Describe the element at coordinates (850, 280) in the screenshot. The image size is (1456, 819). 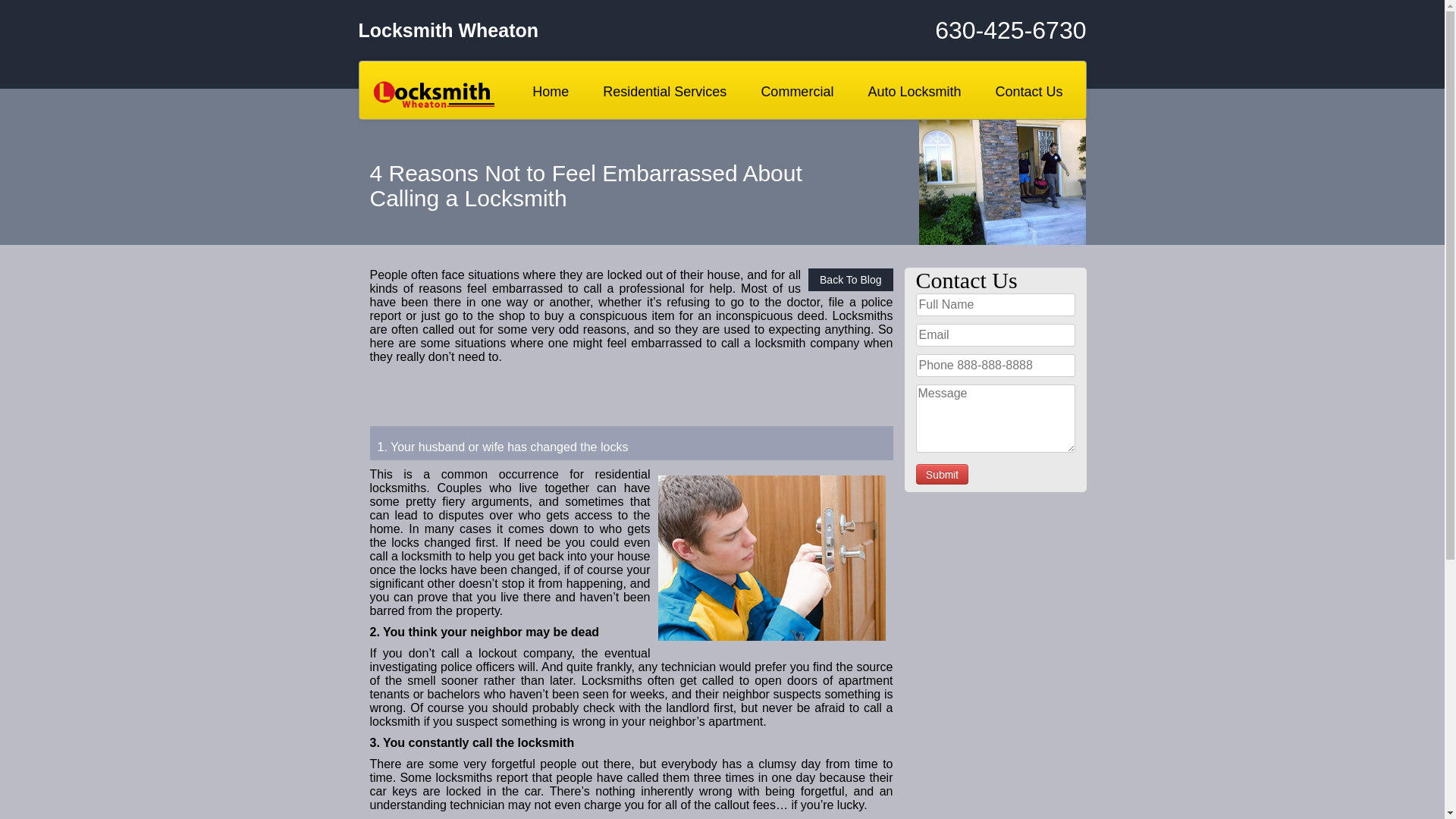
I see `'Back To Blog'` at that location.